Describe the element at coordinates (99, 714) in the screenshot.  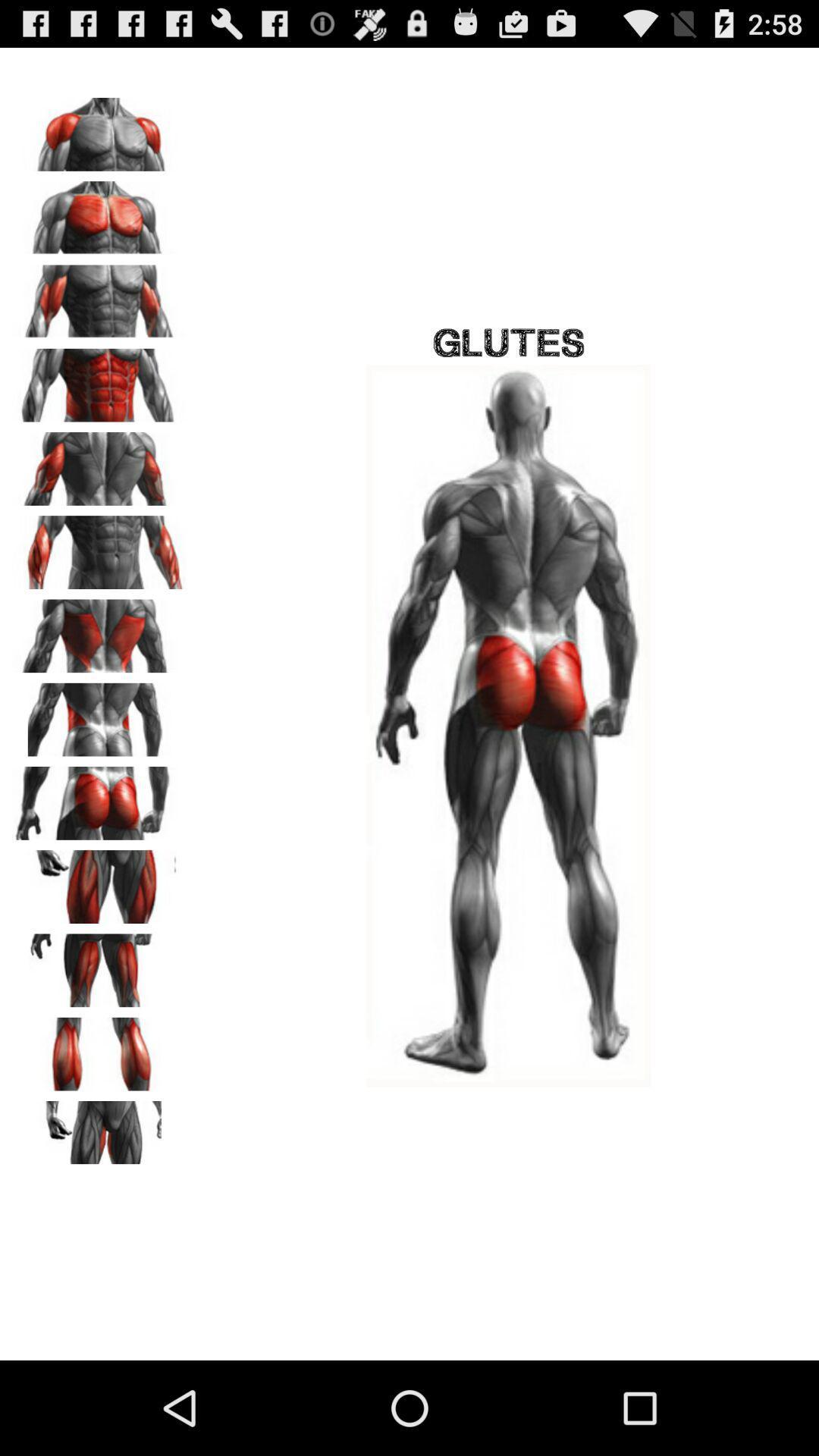
I see `external oblique selection` at that location.